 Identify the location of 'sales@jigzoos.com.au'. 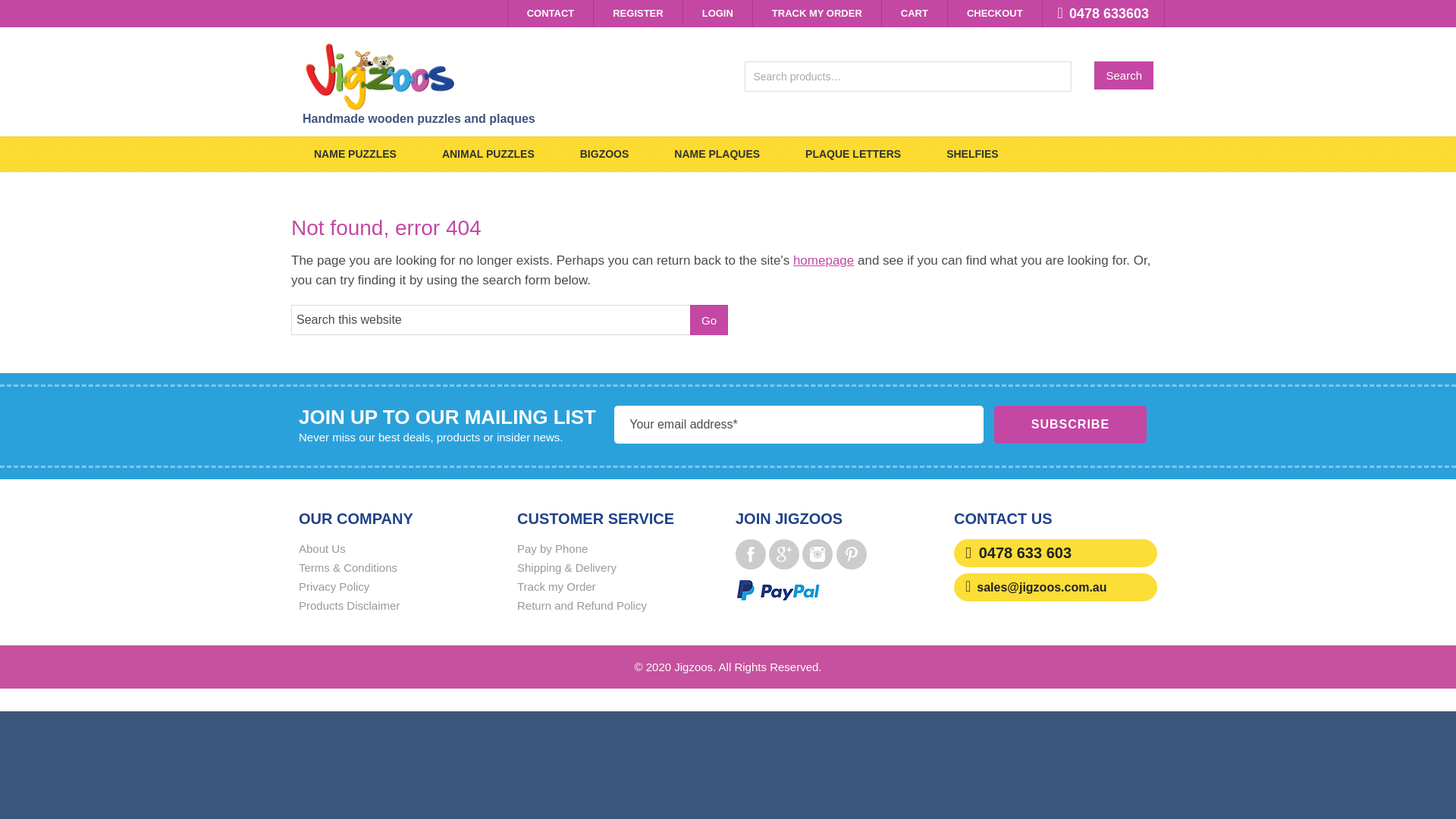
(1040, 586).